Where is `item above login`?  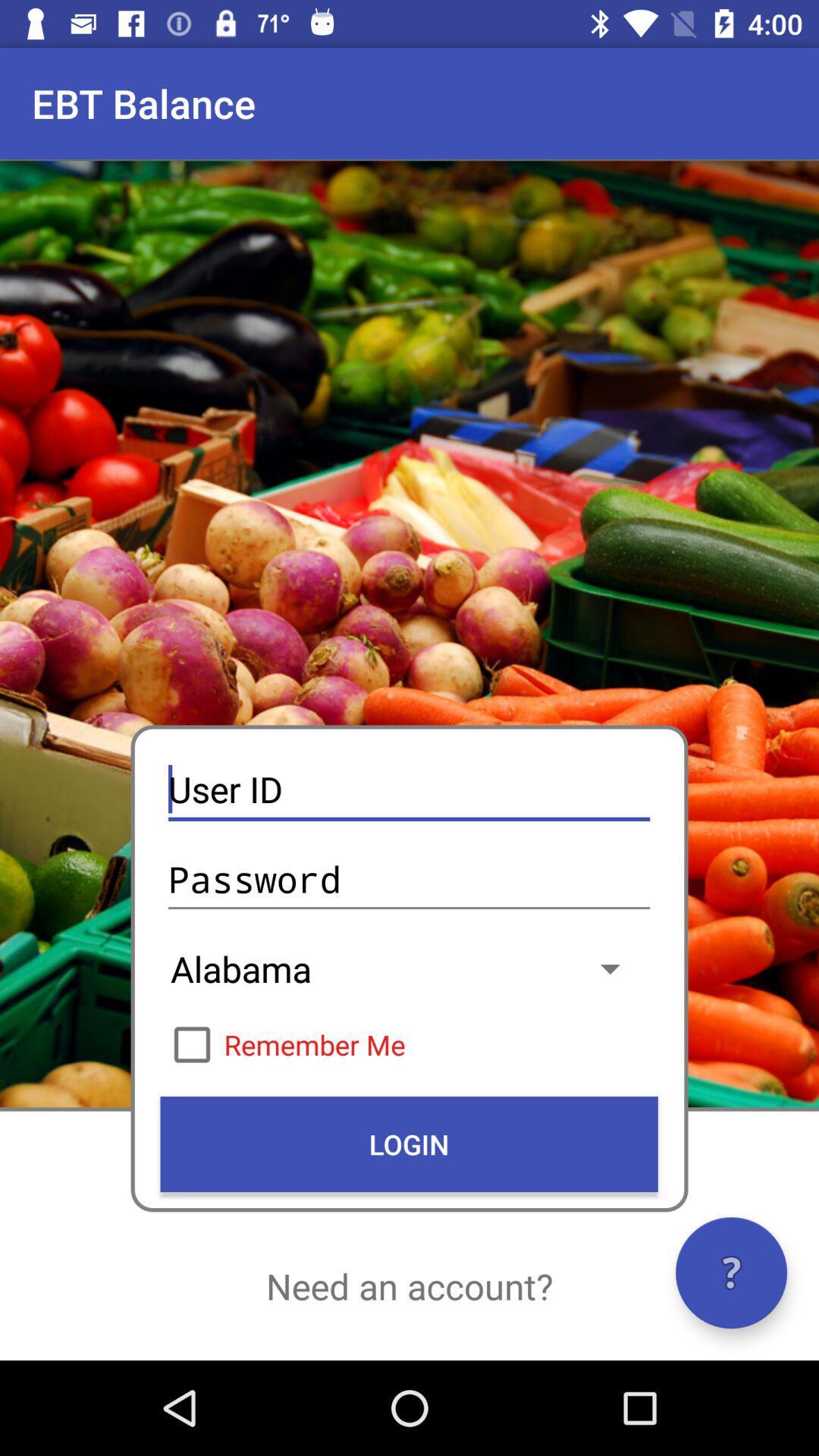 item above login is located at coordinates (408, 1043).